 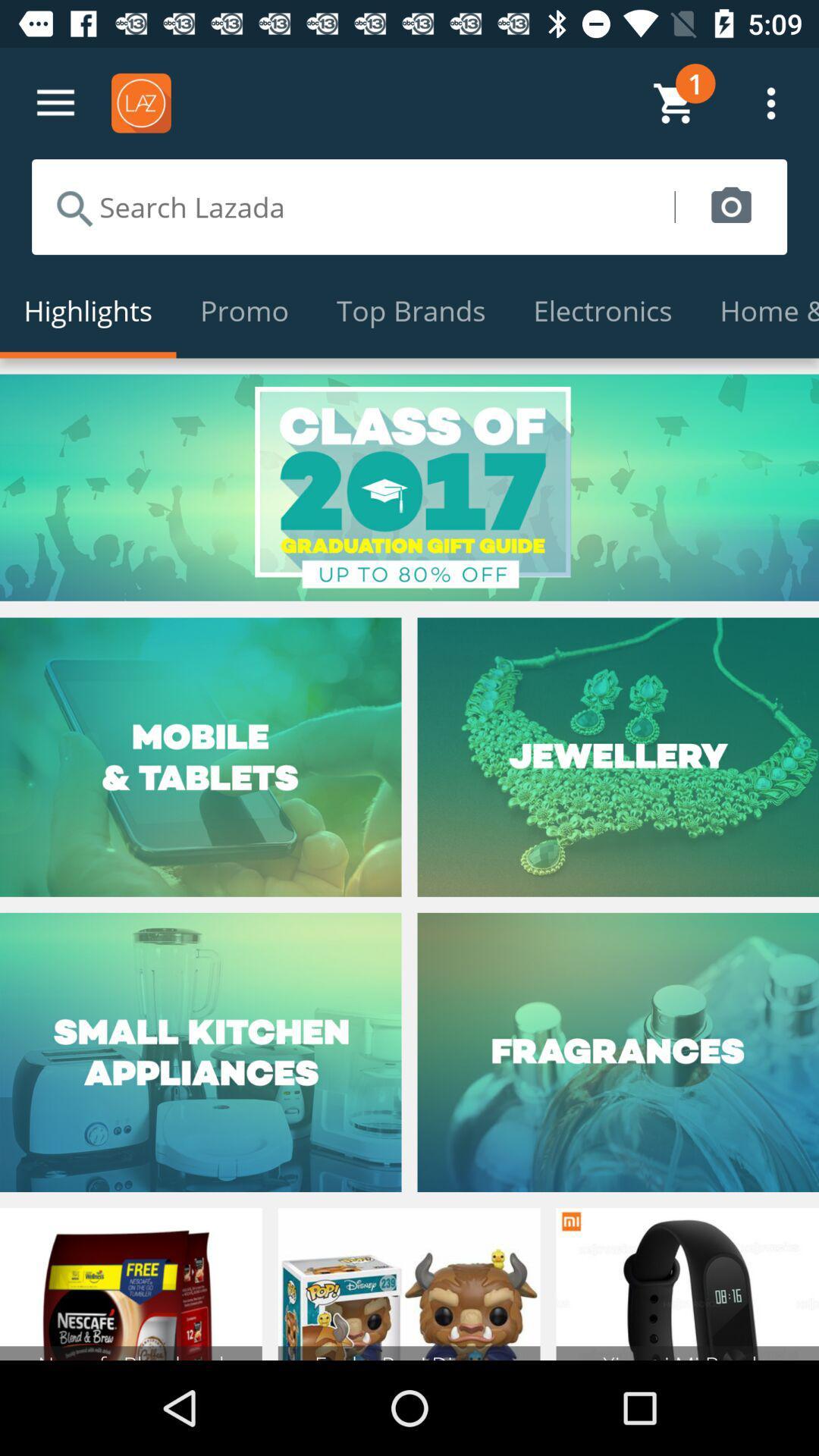 I want to click on search bar, so click(x=353, y=206).